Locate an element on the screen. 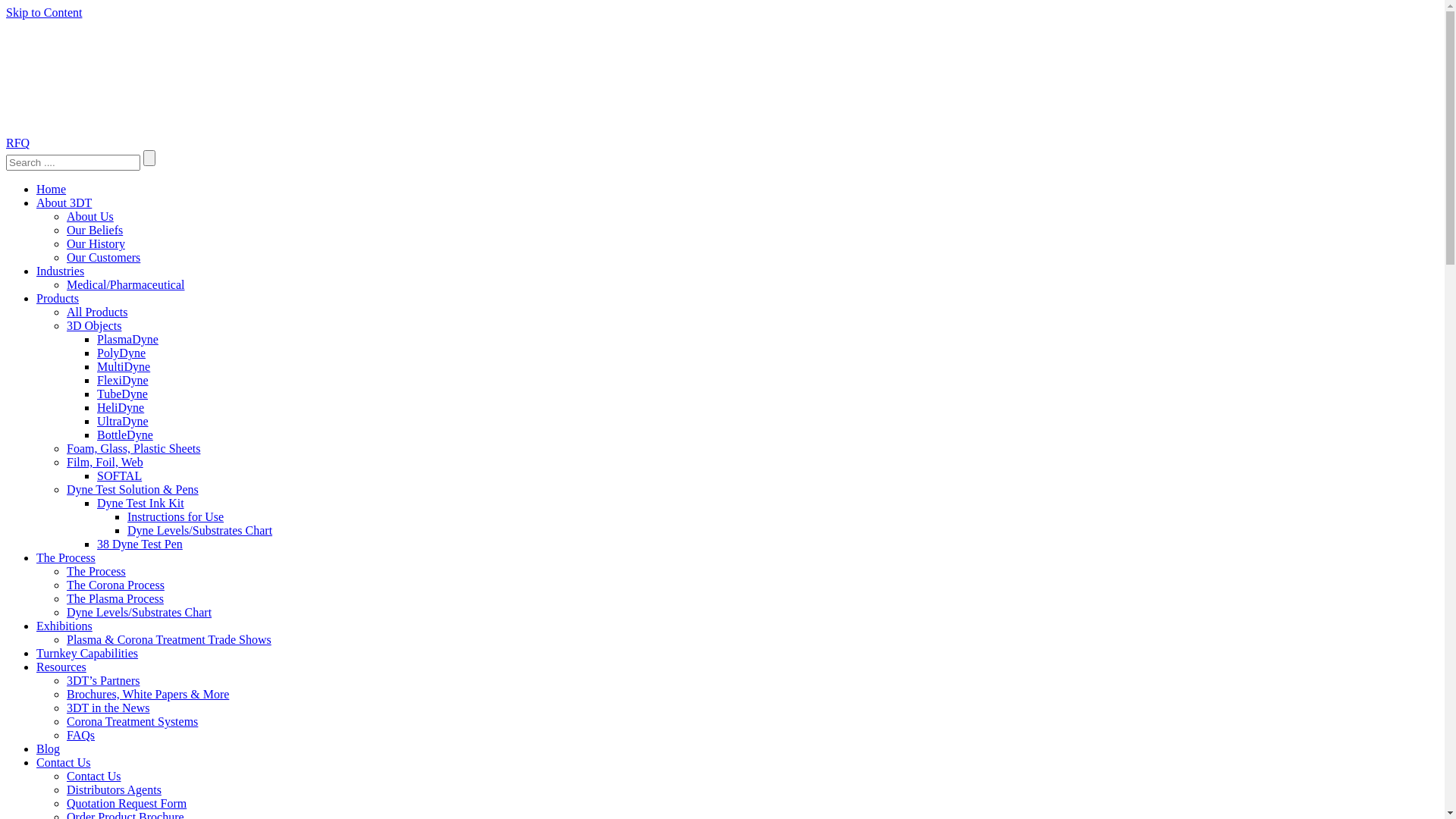 Image resolution: width=1456 pixels, height=819 pixels. 'SOFTAL' is located at coordinates (118, 475).